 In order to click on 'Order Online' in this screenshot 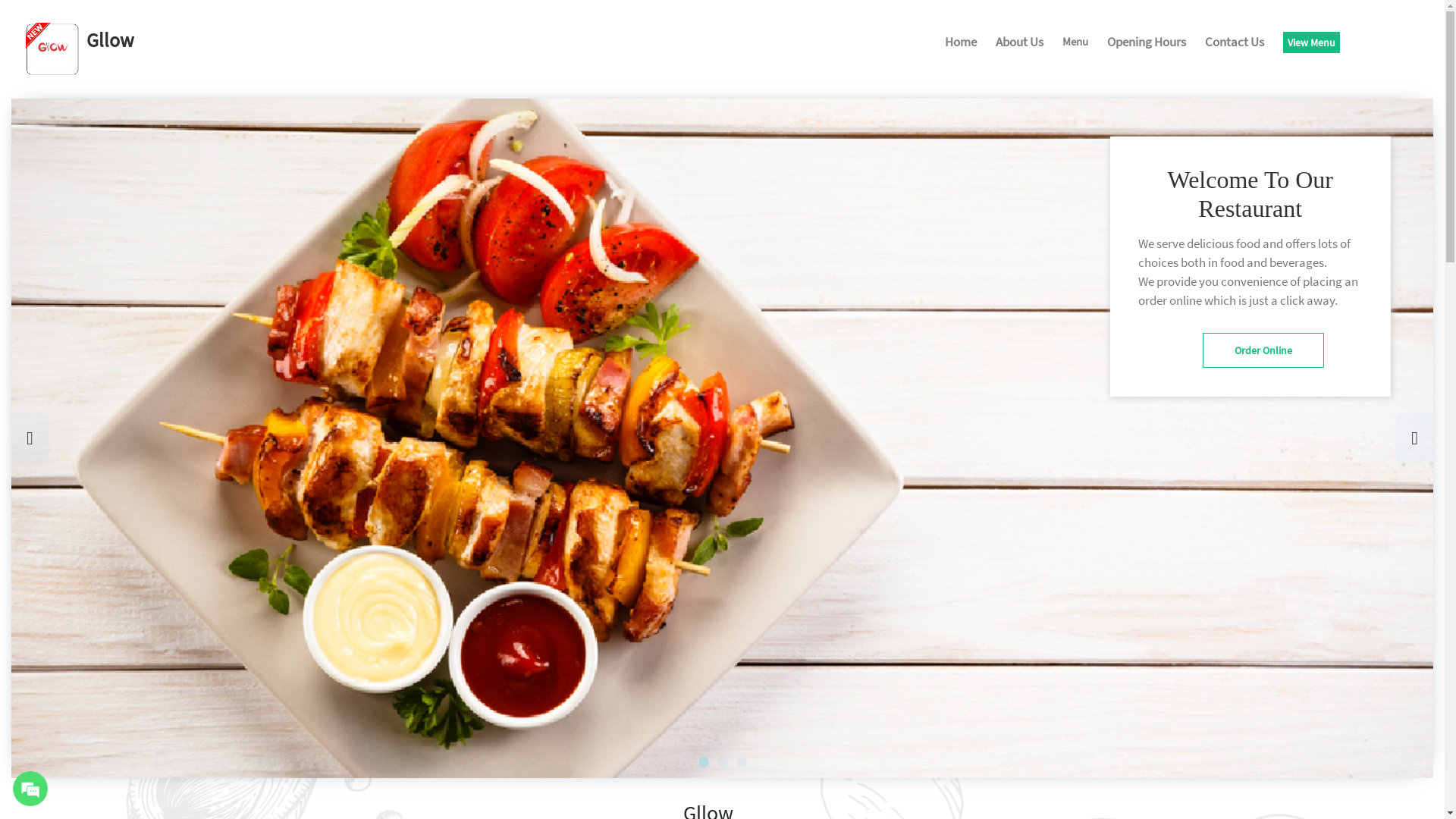, I will do `click(1263, 350)`.